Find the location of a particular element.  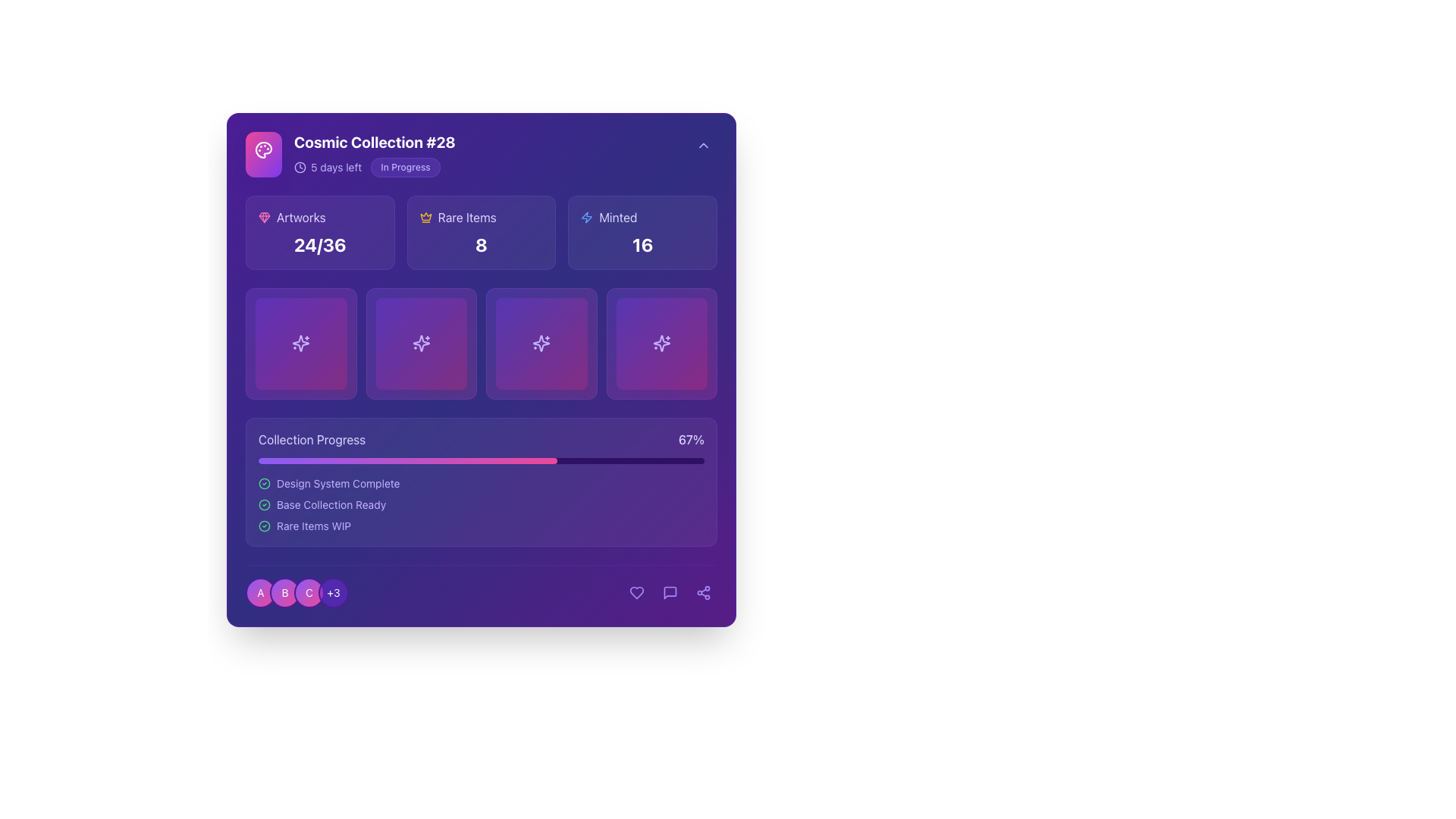

the circular icon with a green border and checkmark inside, indicating a completed status, which is the leftmost component of the 'Design System Complete' item in the 'Collection Progress' section is located at coordinates (265, 483).